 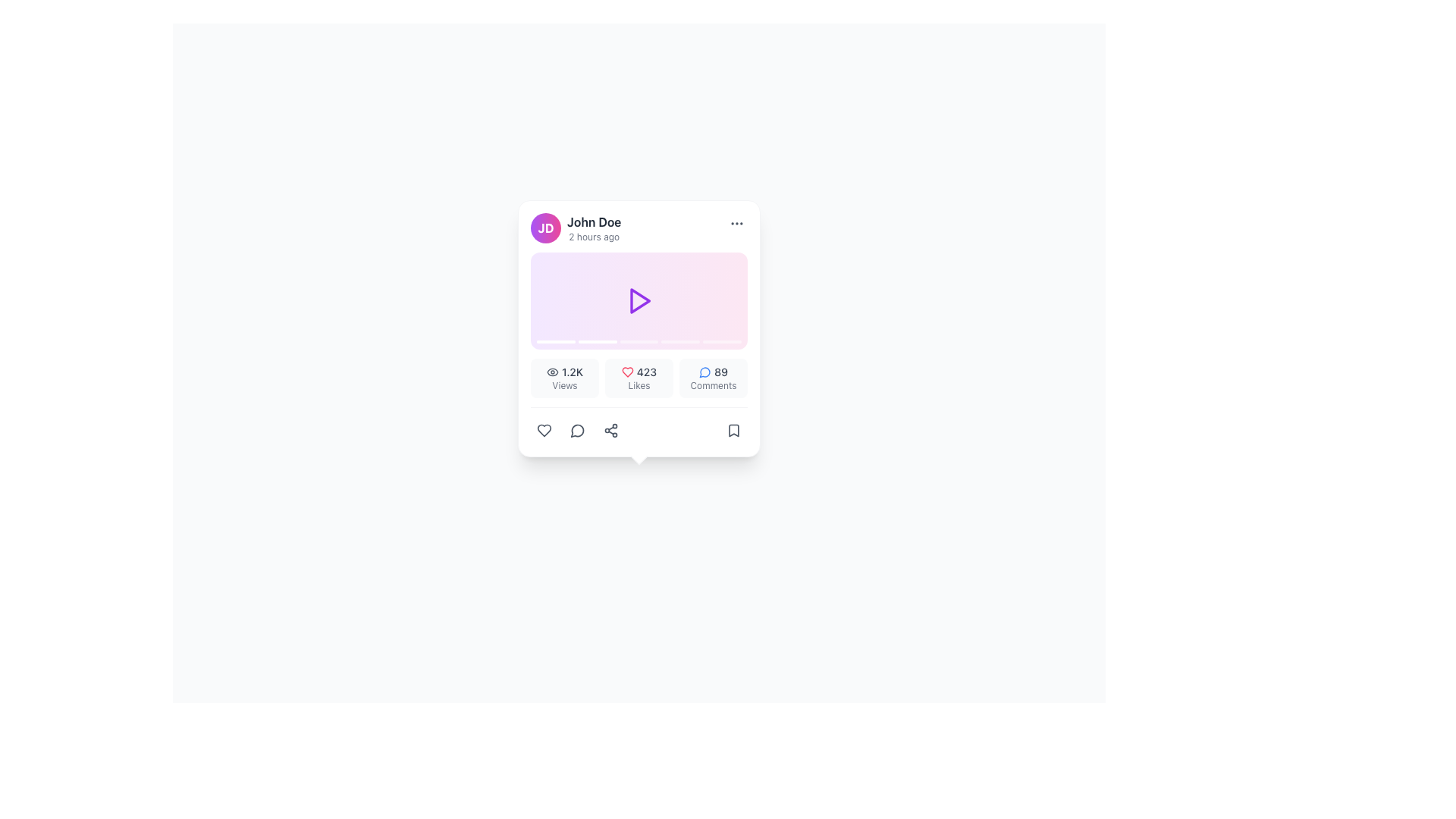 What do you see at coordinates (712, 372) in the screenshot?
I see `the comment count text element located in the 'Comments' section, which is to the right of the blue comment icon and above the label 'Comments'` at bounding box center [712, 372].